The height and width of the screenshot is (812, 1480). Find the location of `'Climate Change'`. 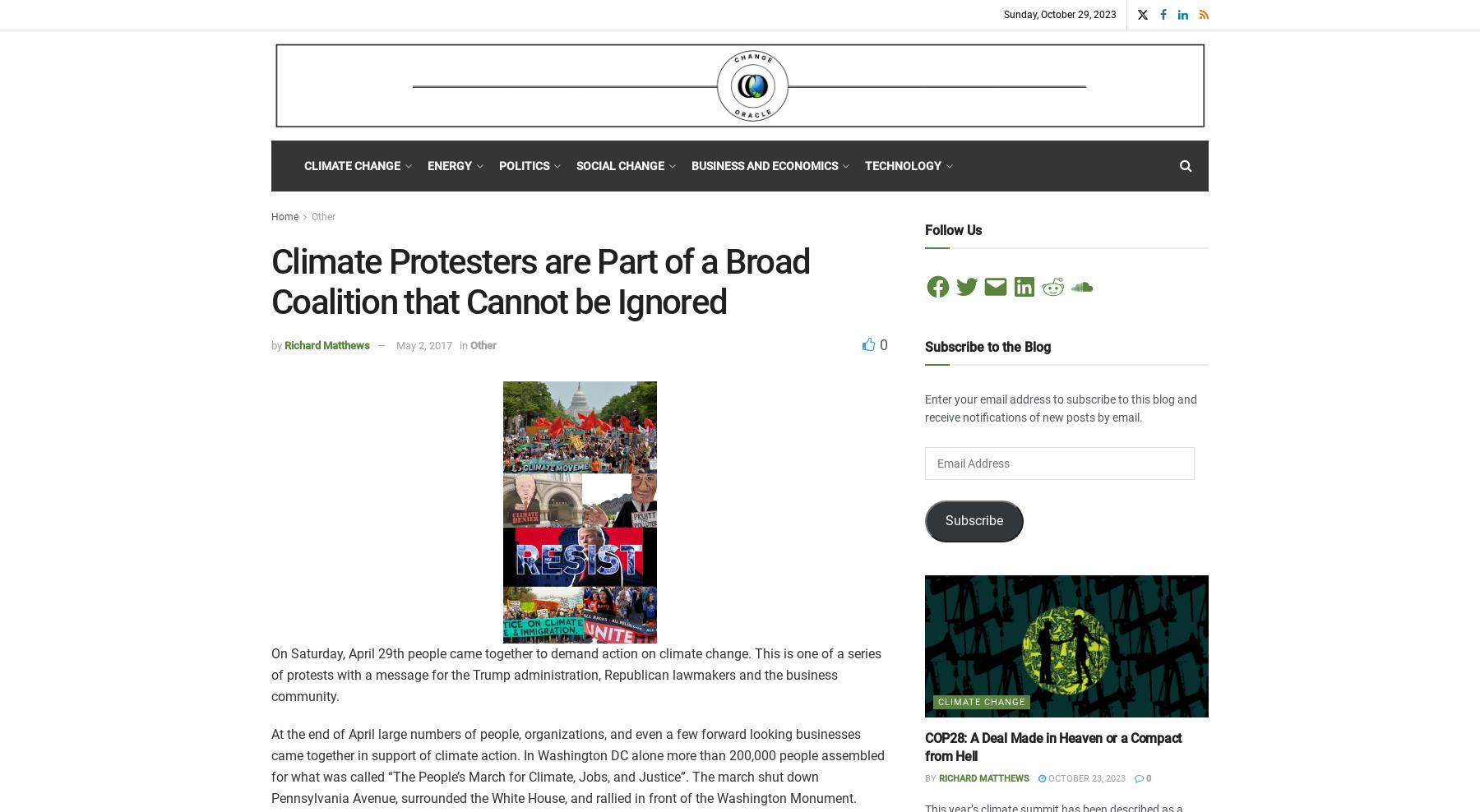

'Climate Change' is located at coordinates (980, 701).